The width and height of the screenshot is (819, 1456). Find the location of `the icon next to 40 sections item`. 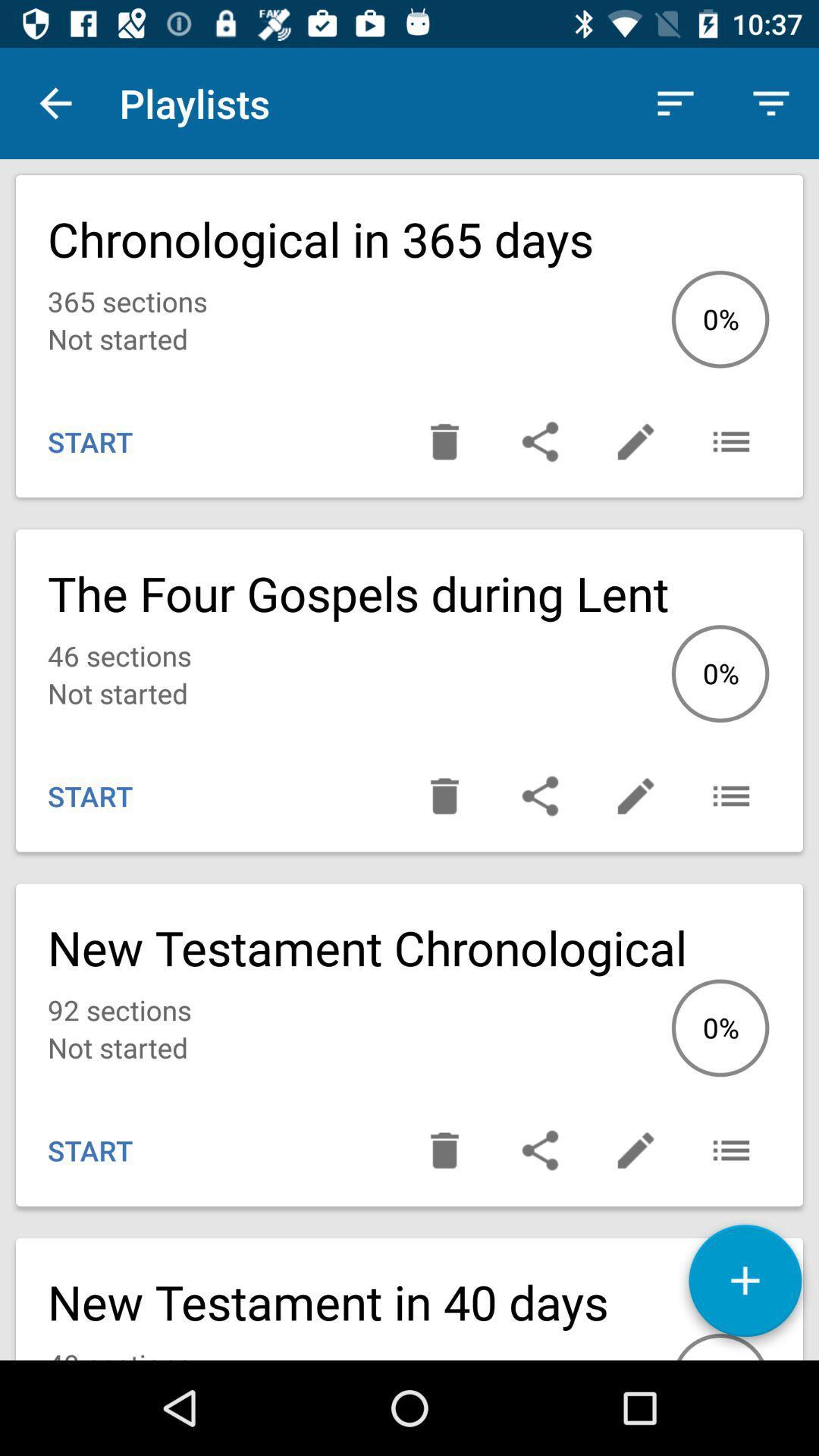

the icon next to 40 sections item is located at coordinates (744, 1285).